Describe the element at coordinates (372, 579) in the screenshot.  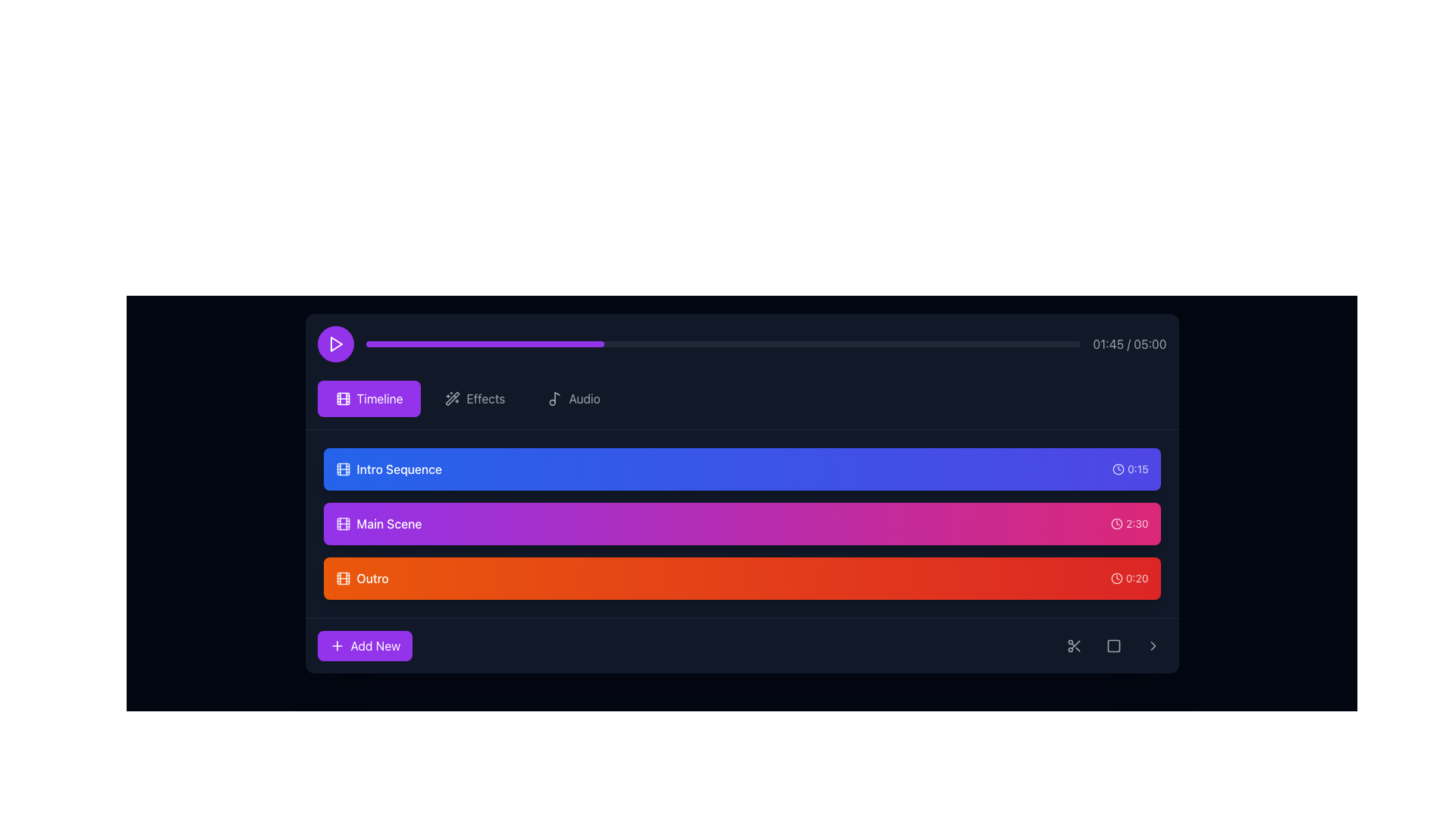
I see `the text label displaying 'Outro' in white font on an orange background, which is the last item in a vertical list, located under 'Main Scene' and above the '+ Add New' button` at that location.